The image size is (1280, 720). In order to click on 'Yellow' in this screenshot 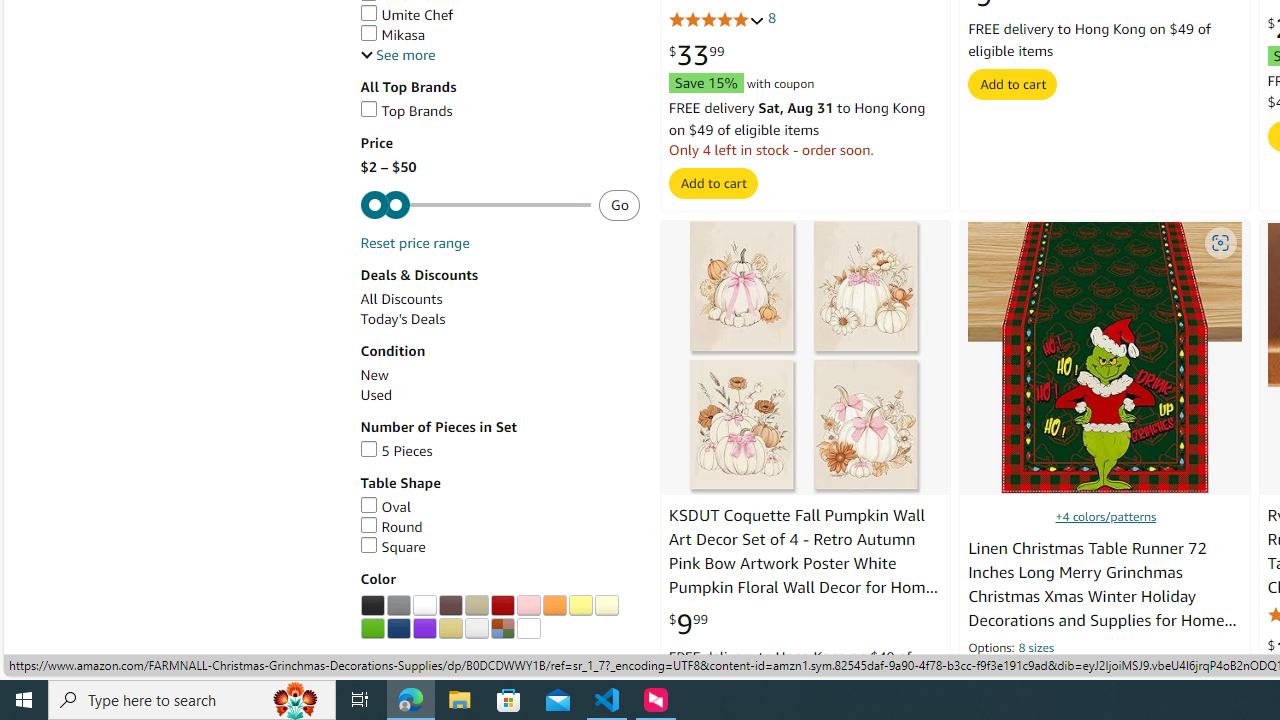, I will do `click(579, 604)`.